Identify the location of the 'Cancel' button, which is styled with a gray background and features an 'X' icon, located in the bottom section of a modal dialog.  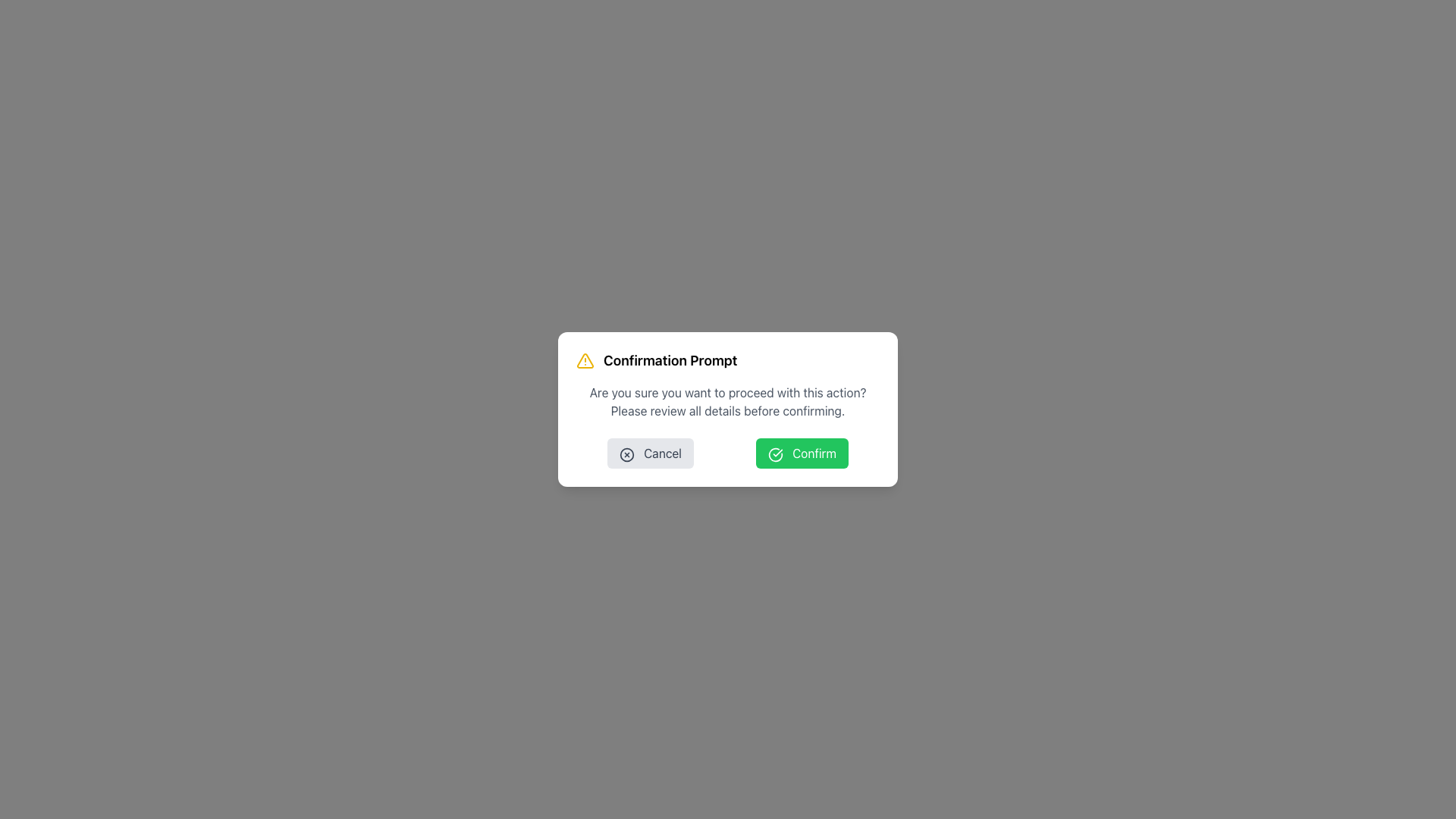
(651, 452).